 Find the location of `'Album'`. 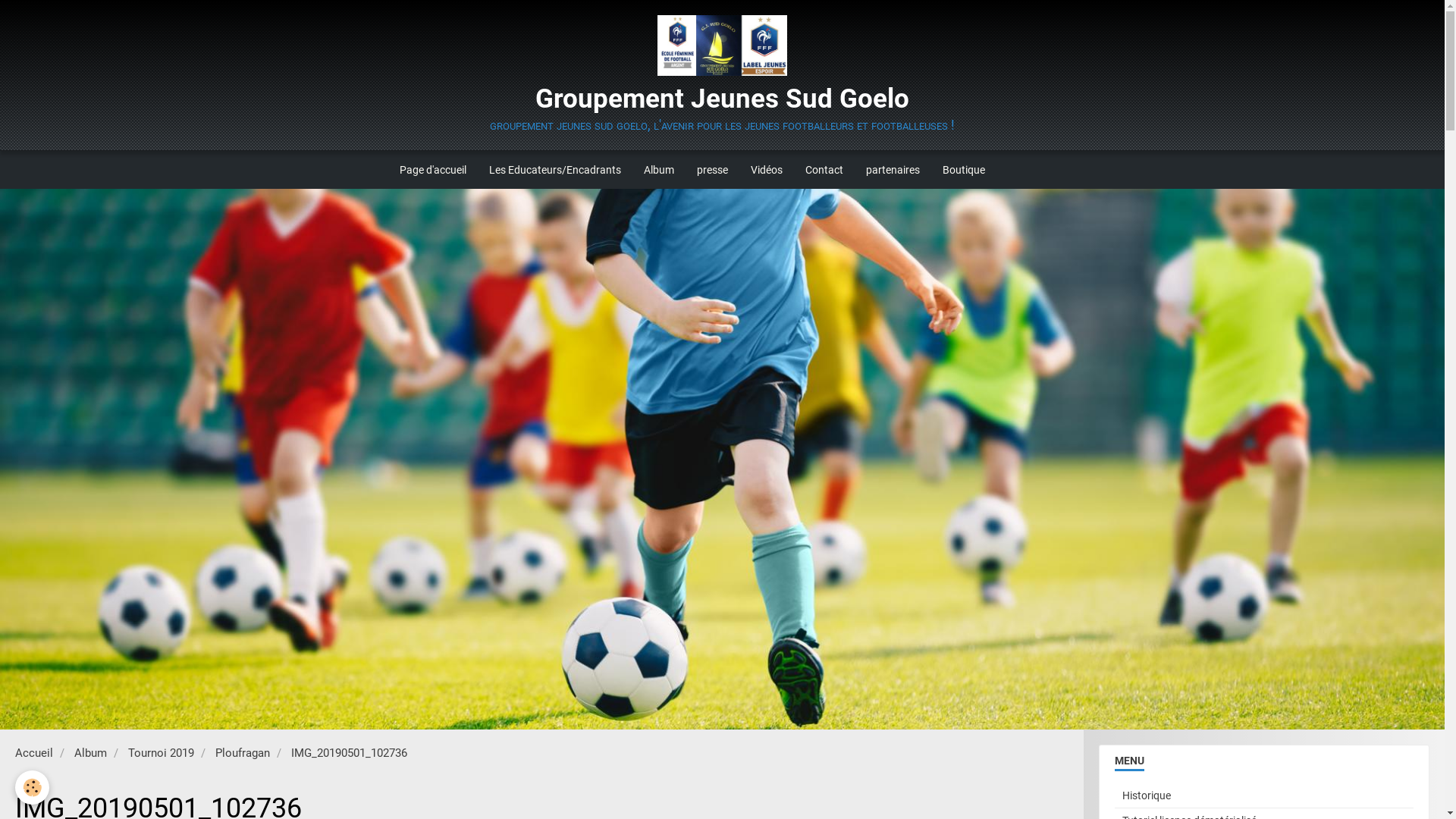

'Album' is located at coordinates (89, 752).